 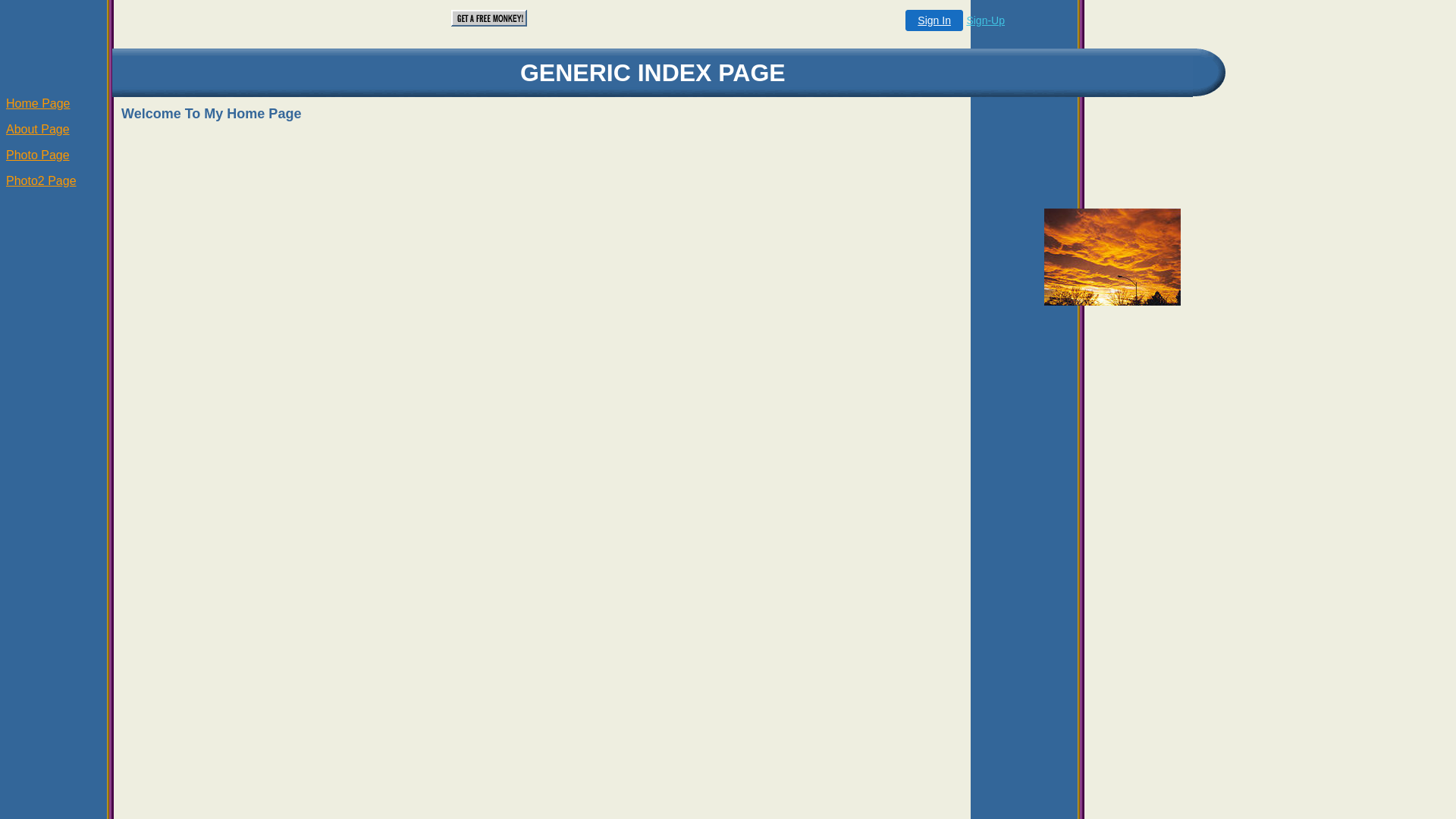 I want to click on 'Photo2 Page', so click(x=41, y=180).